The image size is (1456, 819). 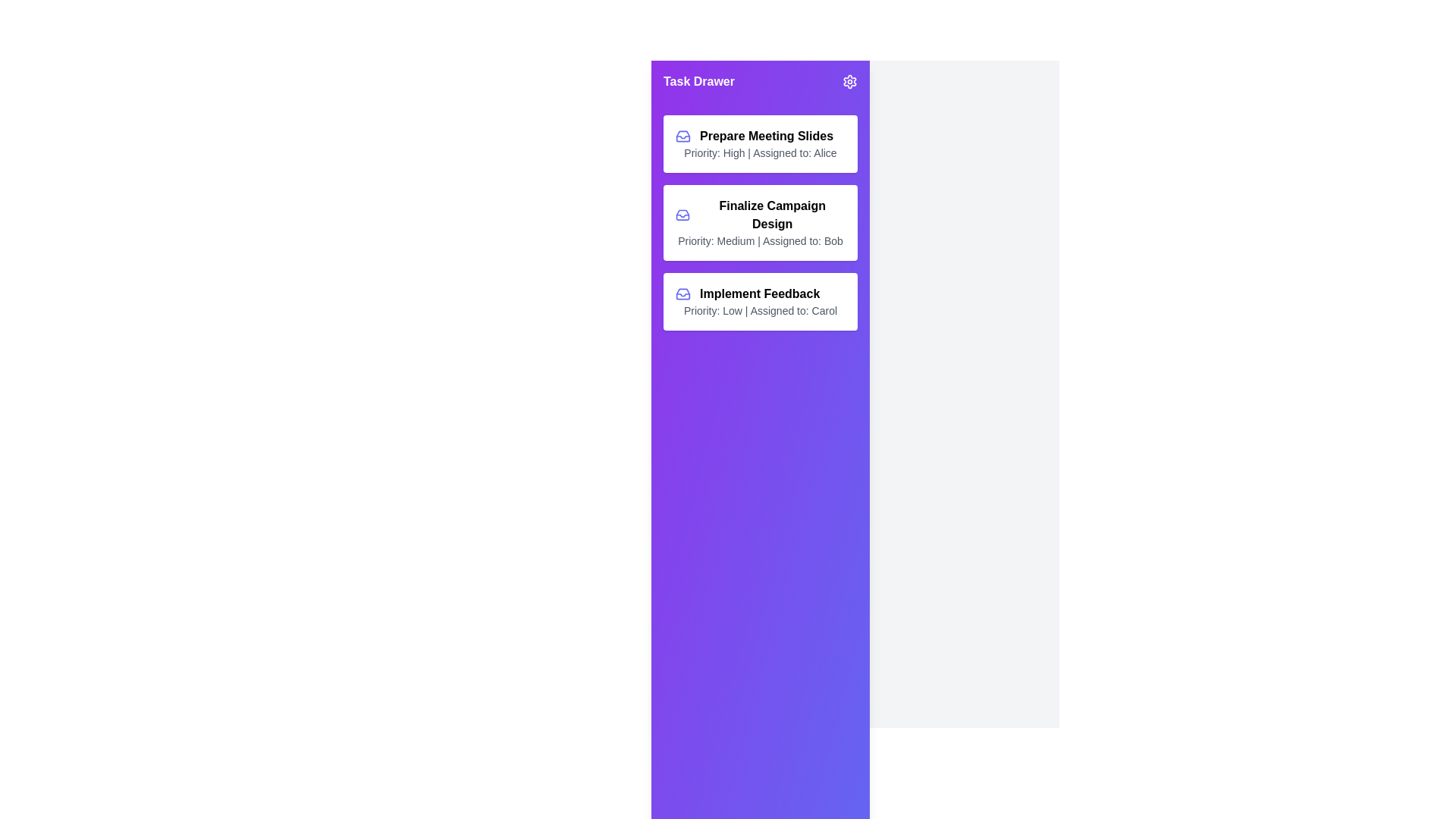 What do you see at coordinates (850, 82) in the screenshot?
I see `the settings icon to access settings` at bounding box center [850, 82].